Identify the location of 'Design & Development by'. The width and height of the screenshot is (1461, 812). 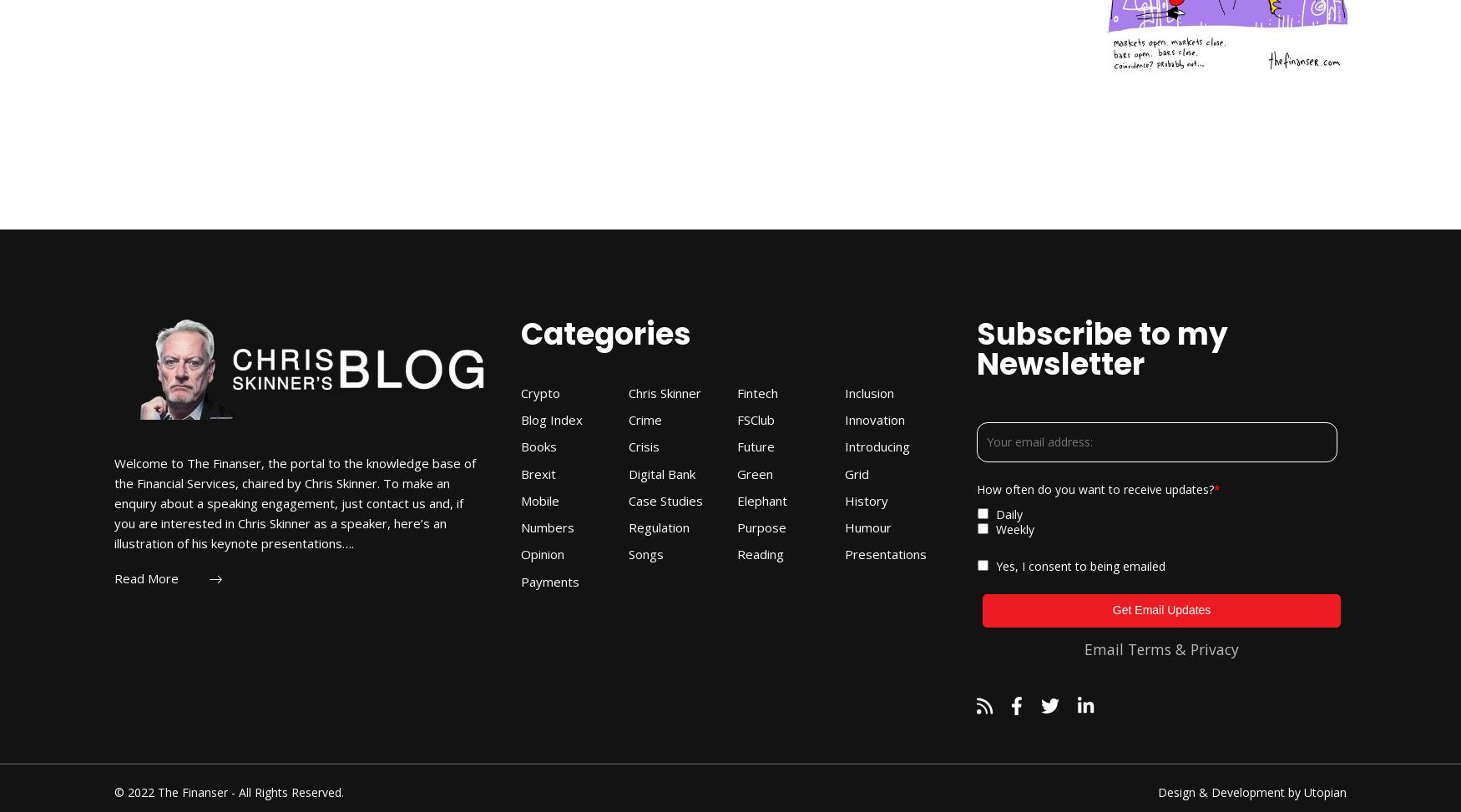
(1157, 790).